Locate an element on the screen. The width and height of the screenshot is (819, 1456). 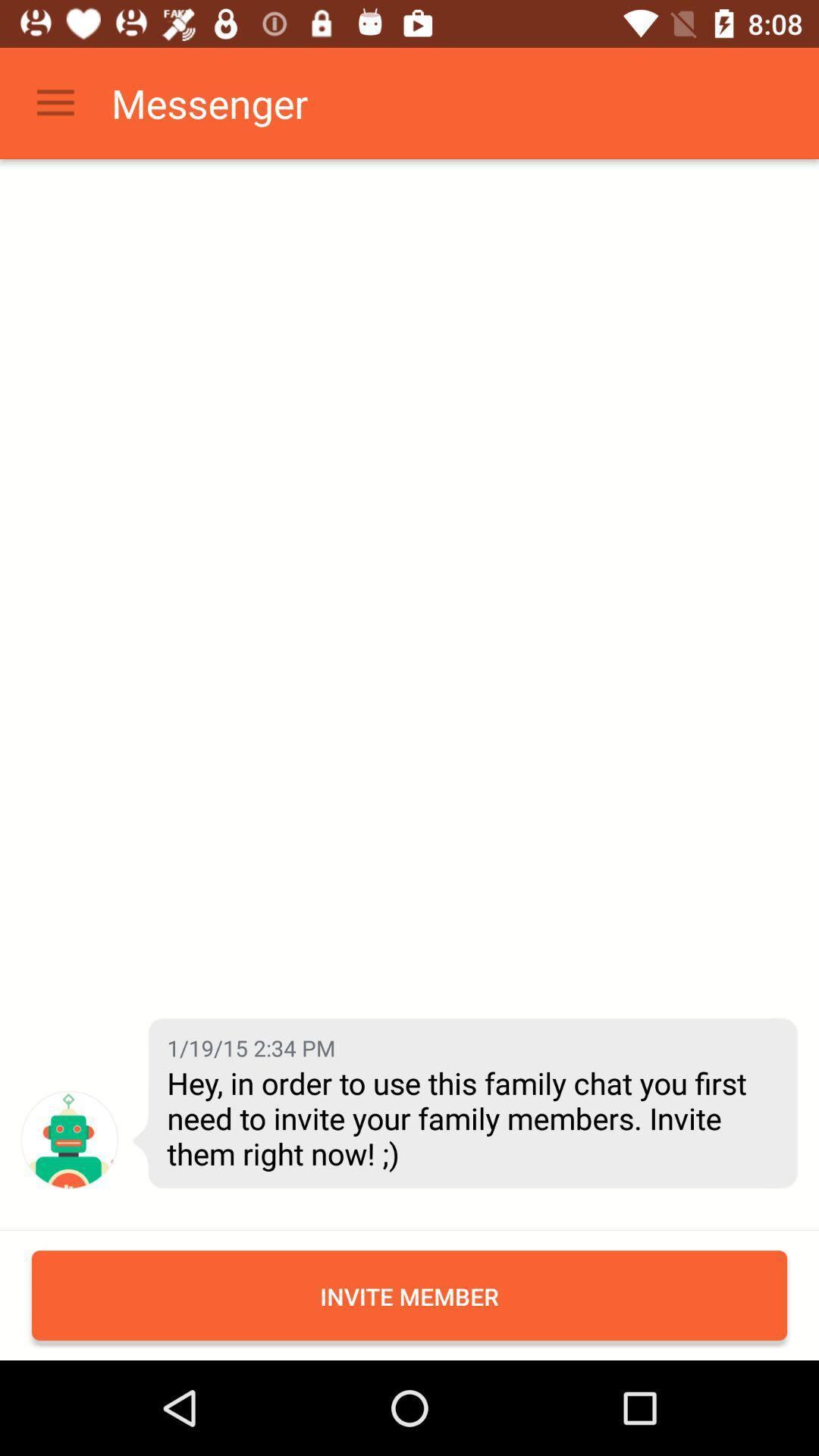
invite member icon is located at coordinates (409, 1294).